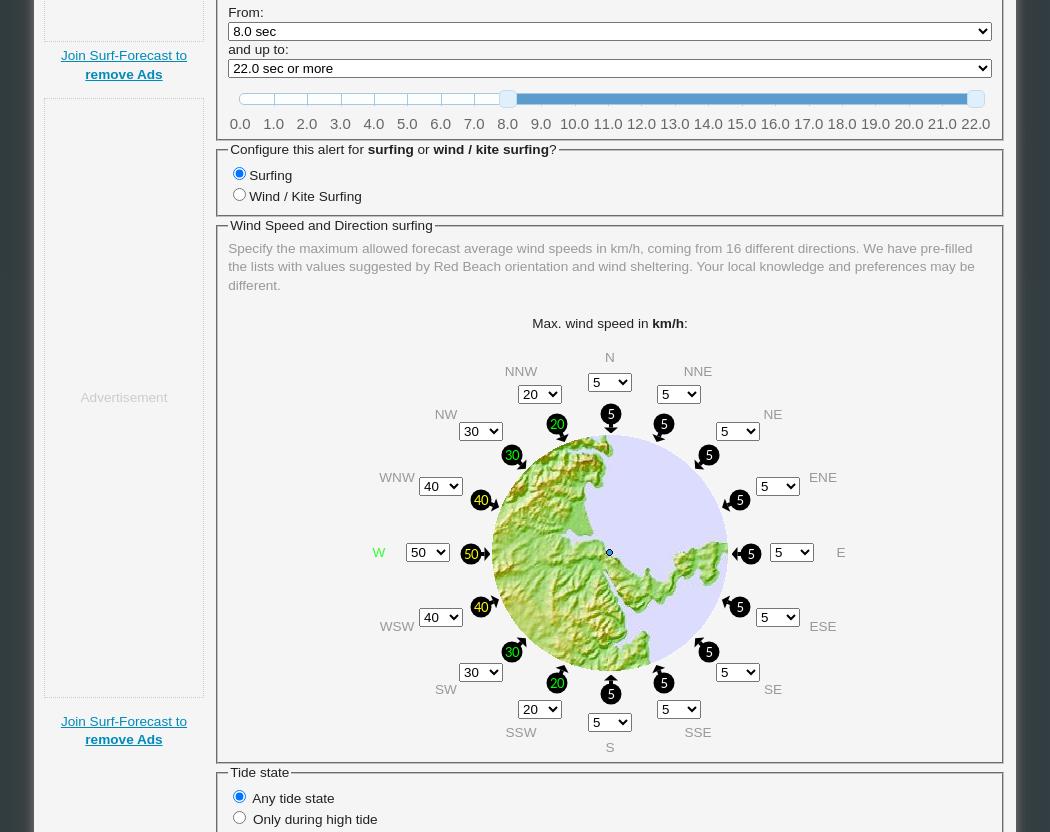 The width and height of the screenshot is (1050, 832). Describe the element at coordinates (667, 323) in the screenshot. I see `'km/h'` at that location.